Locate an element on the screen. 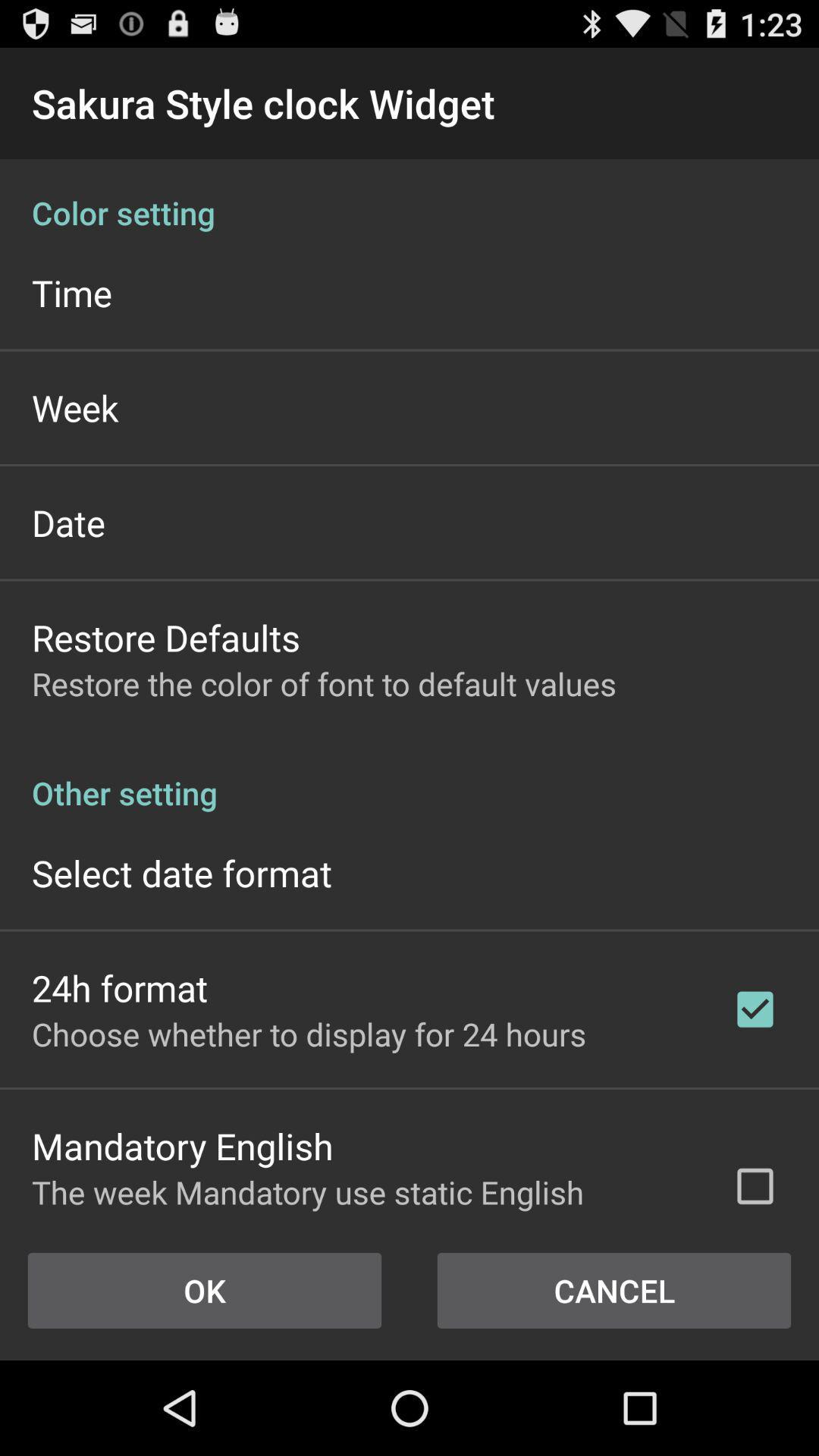 The image size is (819, 1456). the color setting item is located at coordinates (409, 196).